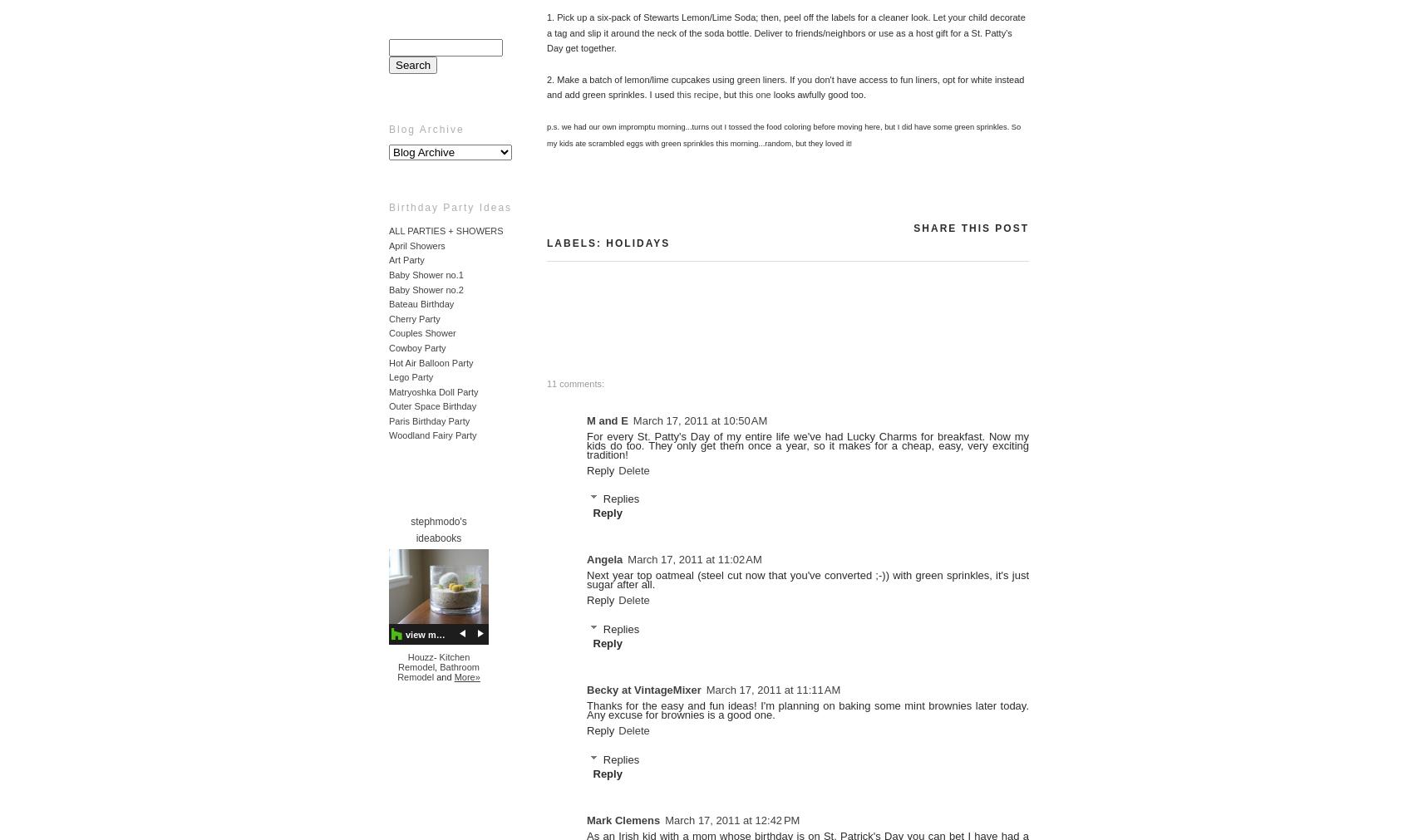 Image resolution: width=1418 pixels, height=840 pixels. I want to click on 'For every St. Patty's Day of my entire life we've had Lucky Charms for breakfast.  Now my kids do too.  They only get them once a year, so it makes for a cheap, easy, very exciting tradition!', so click(808, 445).